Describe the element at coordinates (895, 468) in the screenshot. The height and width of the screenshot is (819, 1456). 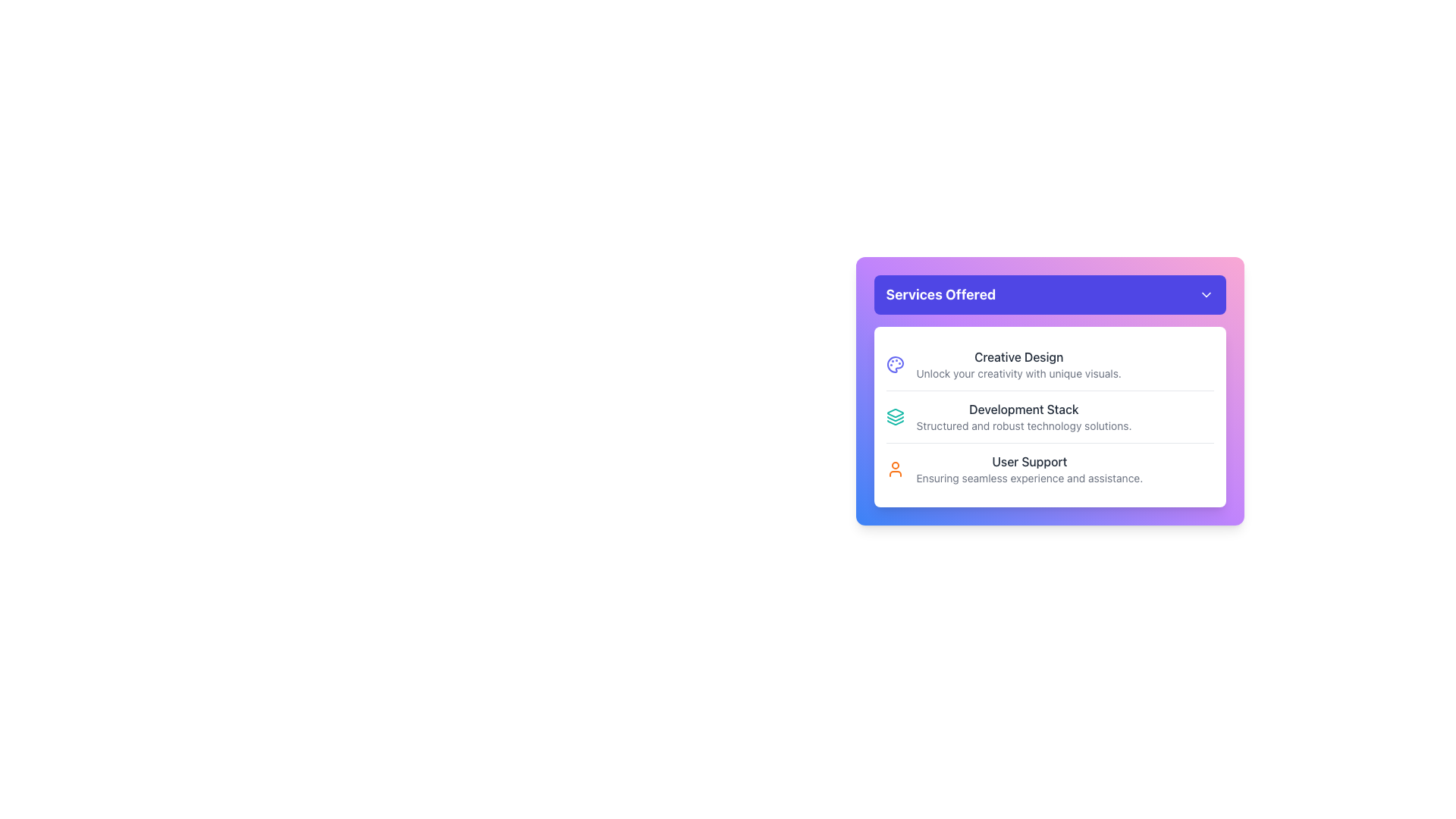
I see `the orange user icon representing 'User Support' in the bottom section of the 'Services Offered' list panel` at that location.